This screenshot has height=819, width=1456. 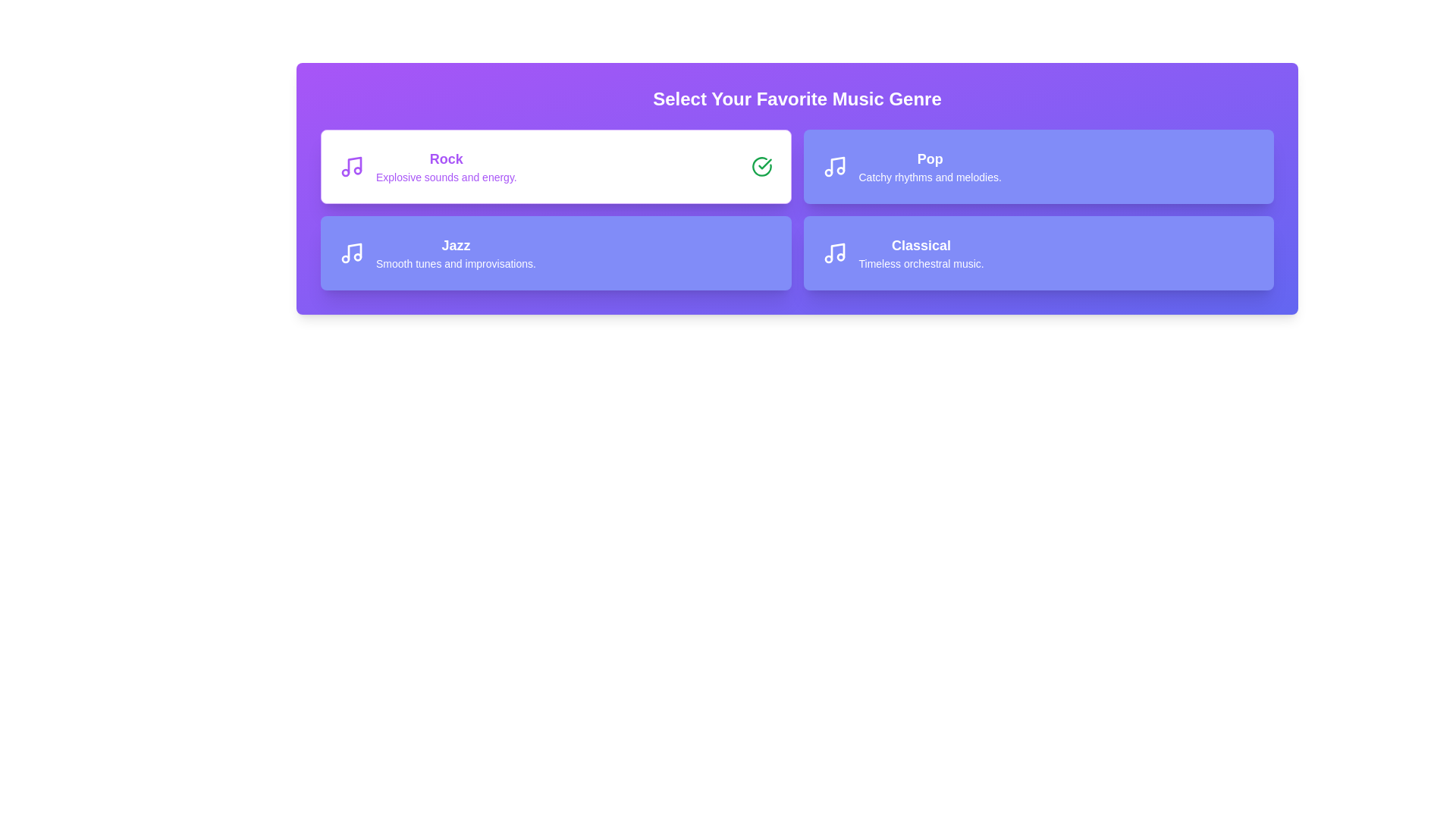 What do you see at coordinates (921, 262) in the screenshot?
I see `descriptive subtitle text located under the 'Classical' label in the lower right section of the grid layout` at bounding box center [921, 262].